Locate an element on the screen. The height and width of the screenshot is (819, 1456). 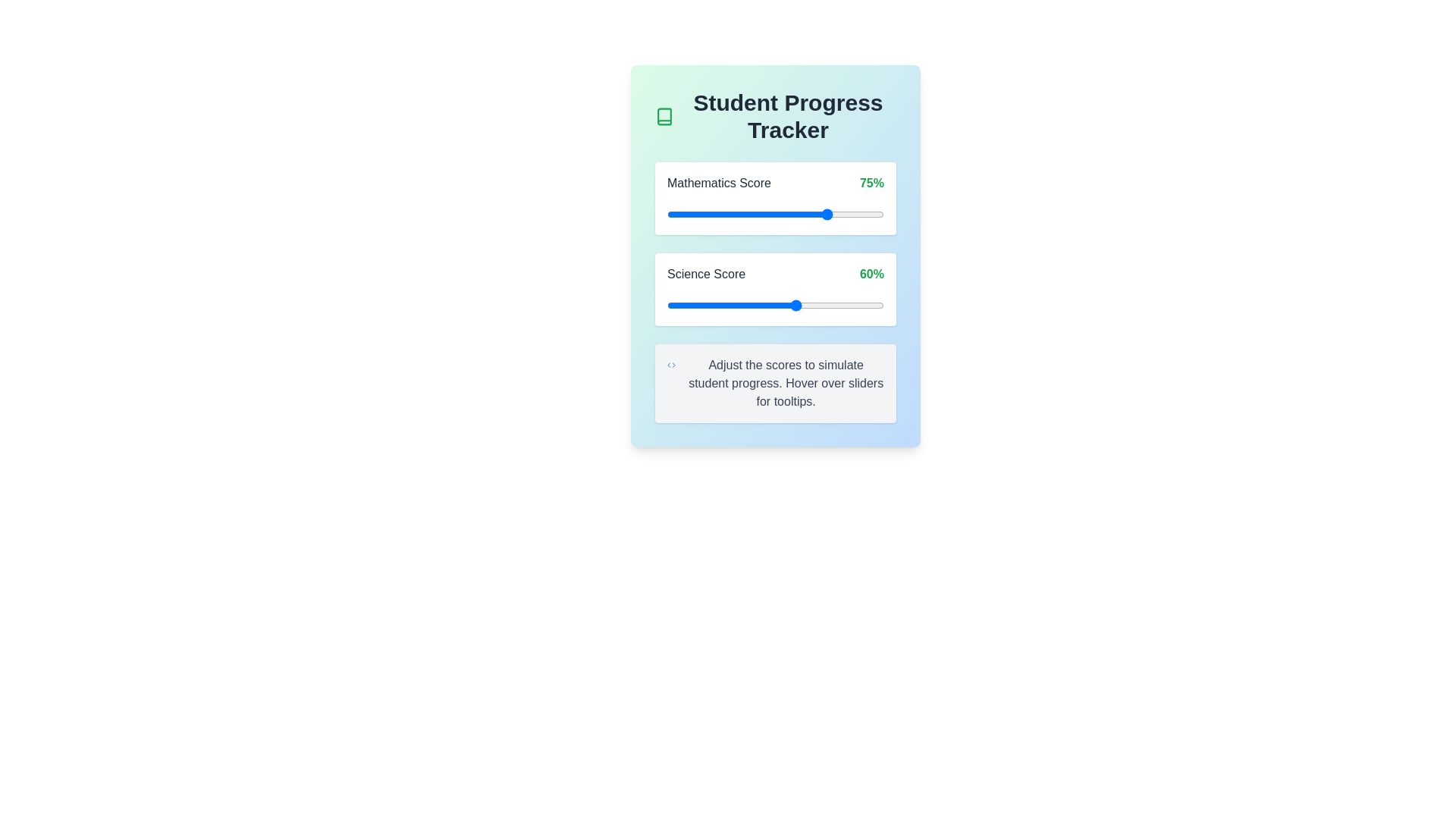
the Mathematics Score slider to 89% is located at coordinates (860, 214).